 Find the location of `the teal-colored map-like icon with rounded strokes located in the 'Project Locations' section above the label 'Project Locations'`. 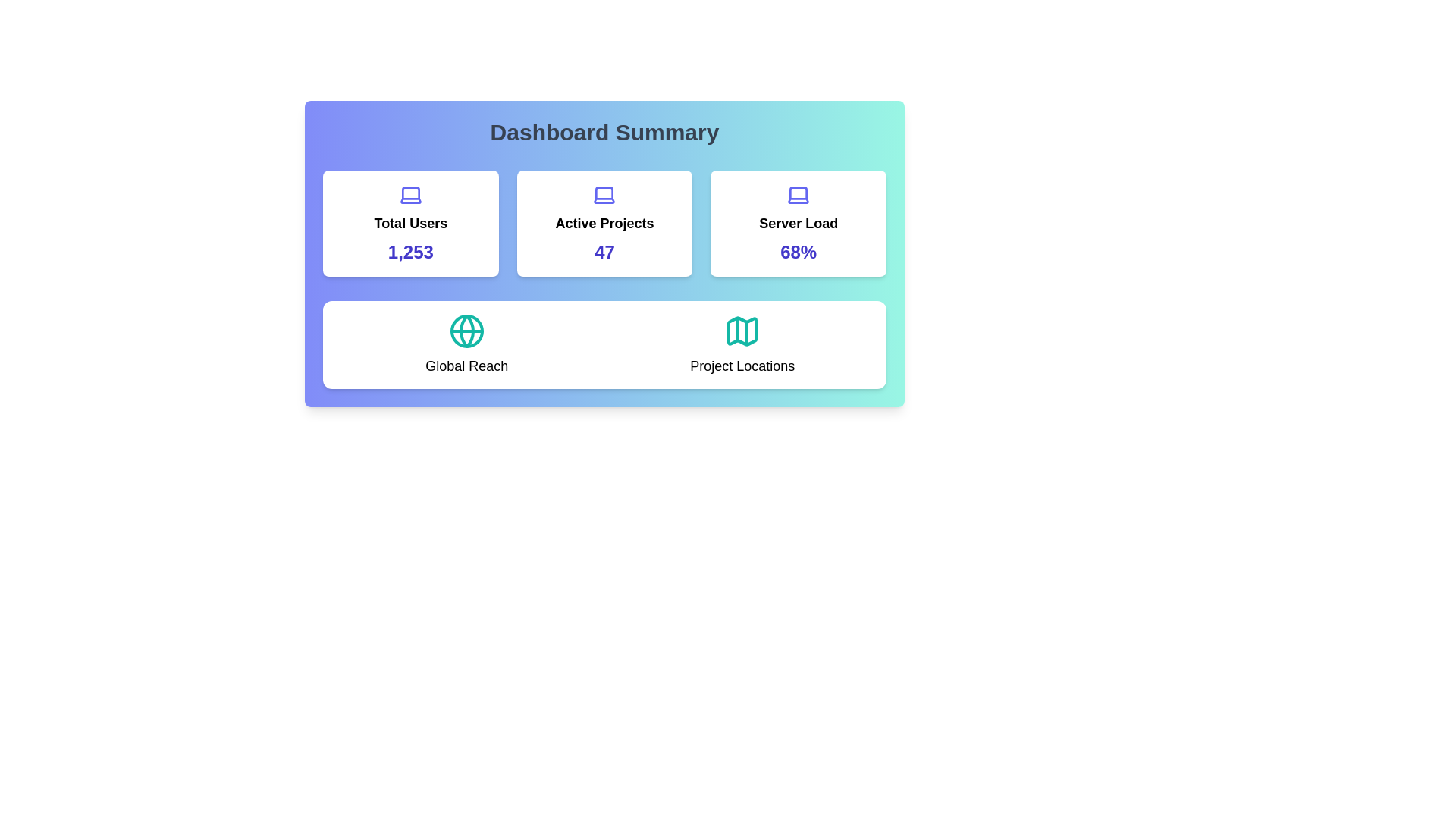

the teal-colored map-like icon with rounded strokes located in the 'Project Locations' section above the label 'Project Locations' is located at coordinates (742, 330).